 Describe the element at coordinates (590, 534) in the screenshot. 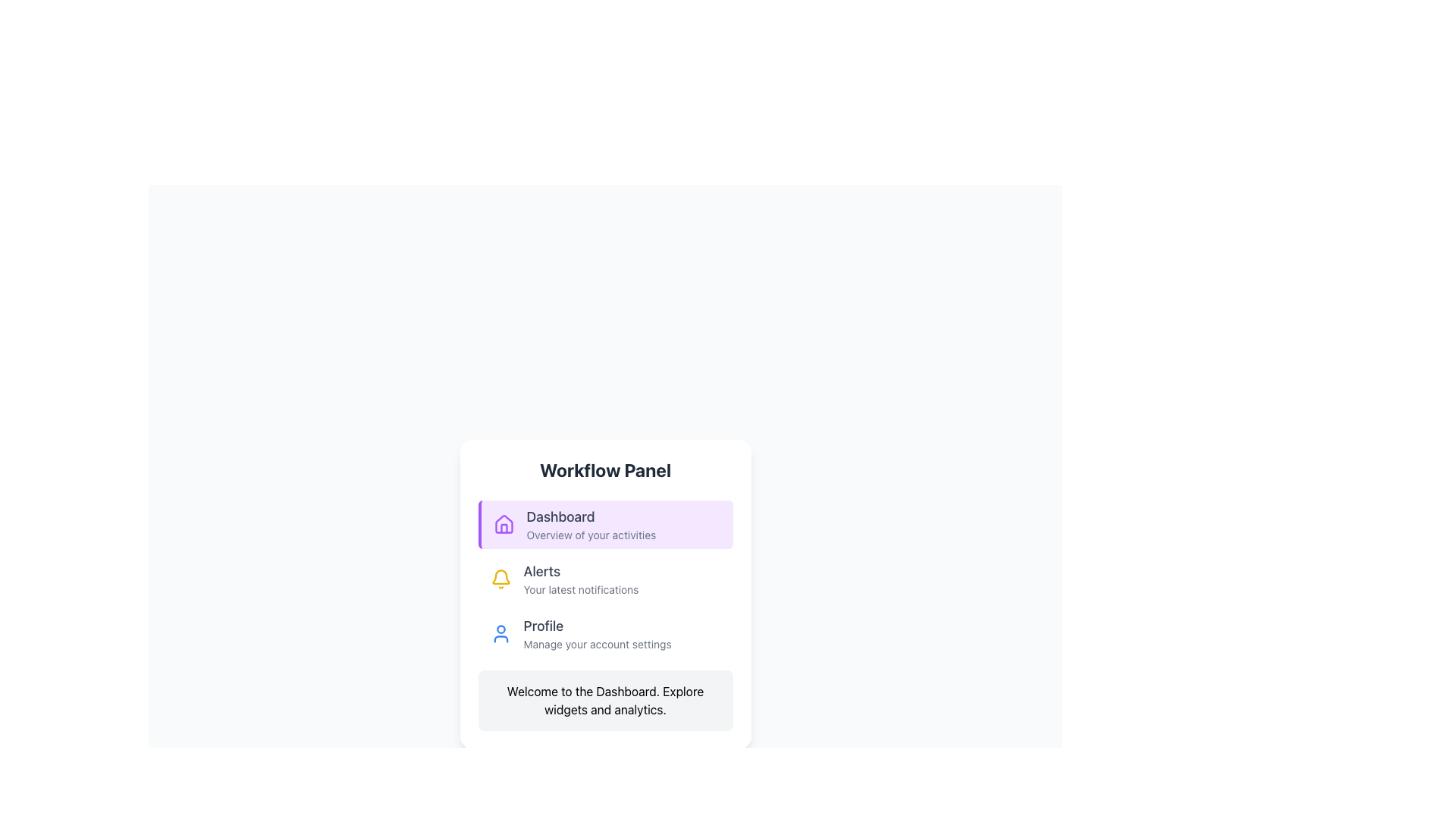

I see `the static text label providing a brief description or subtitle for the 'Dashboard' section, which is positioned directly beneath the 'Dashboard' heading in the Workflow Panel interface` at that location.